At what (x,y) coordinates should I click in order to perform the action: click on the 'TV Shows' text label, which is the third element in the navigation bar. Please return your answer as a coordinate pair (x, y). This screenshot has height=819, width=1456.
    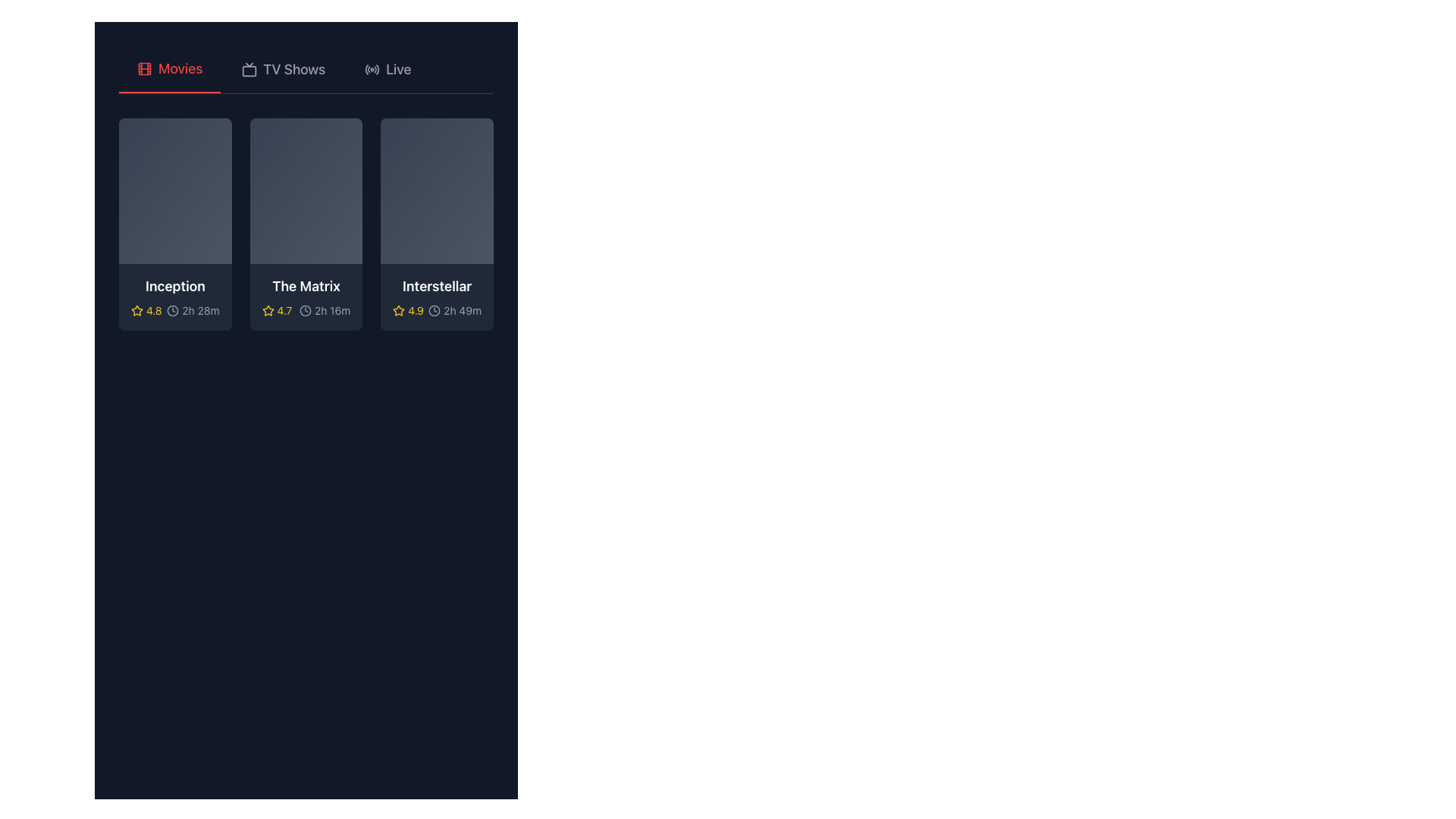
    Looking at the image, I should click on (294, 70).